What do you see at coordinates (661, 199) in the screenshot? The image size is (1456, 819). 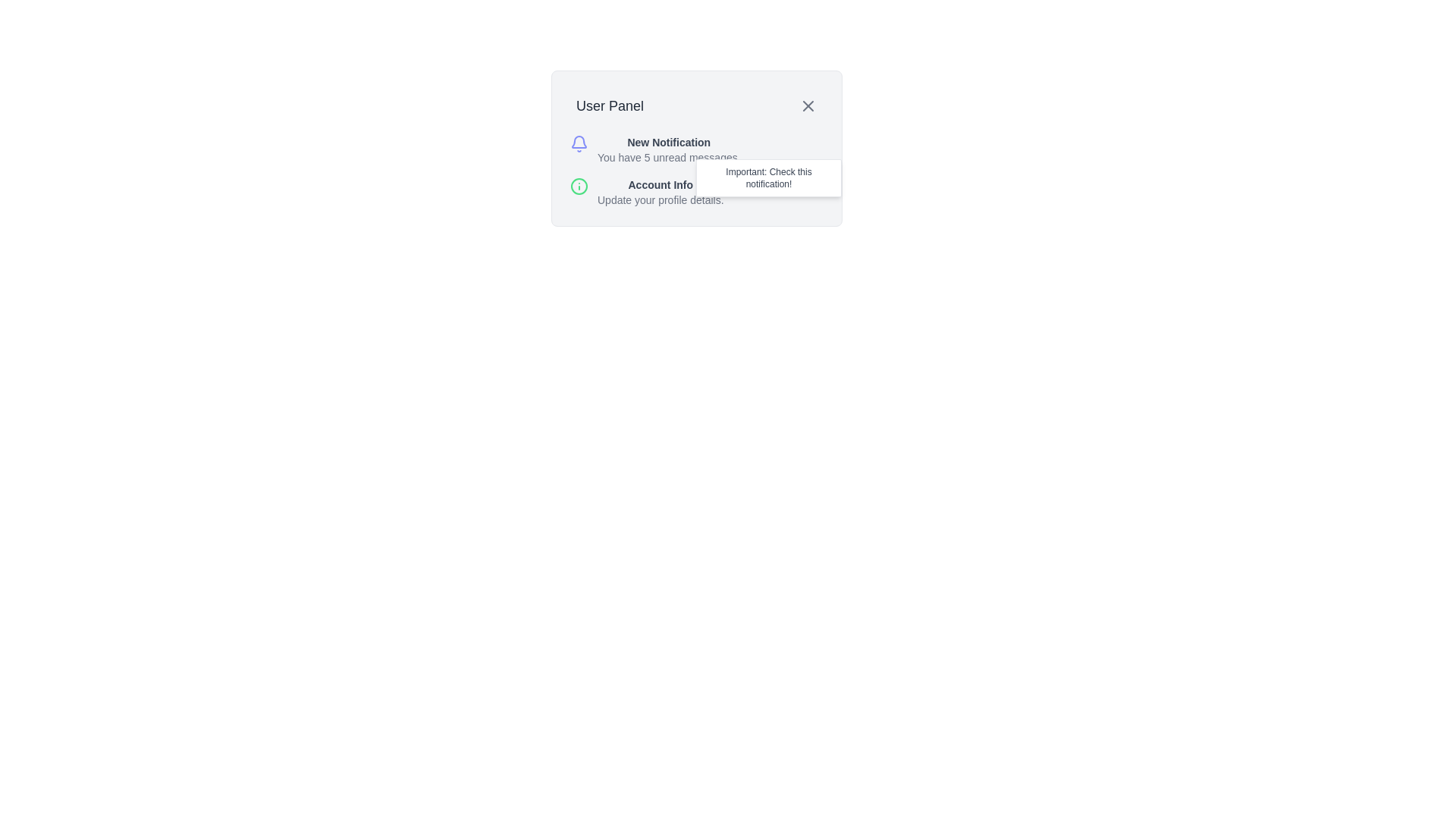 I see `the text label displaying 'Update your profile details.' which is styled in gray and located directly below 'Account Info.'` at bounding box center [661, 199].